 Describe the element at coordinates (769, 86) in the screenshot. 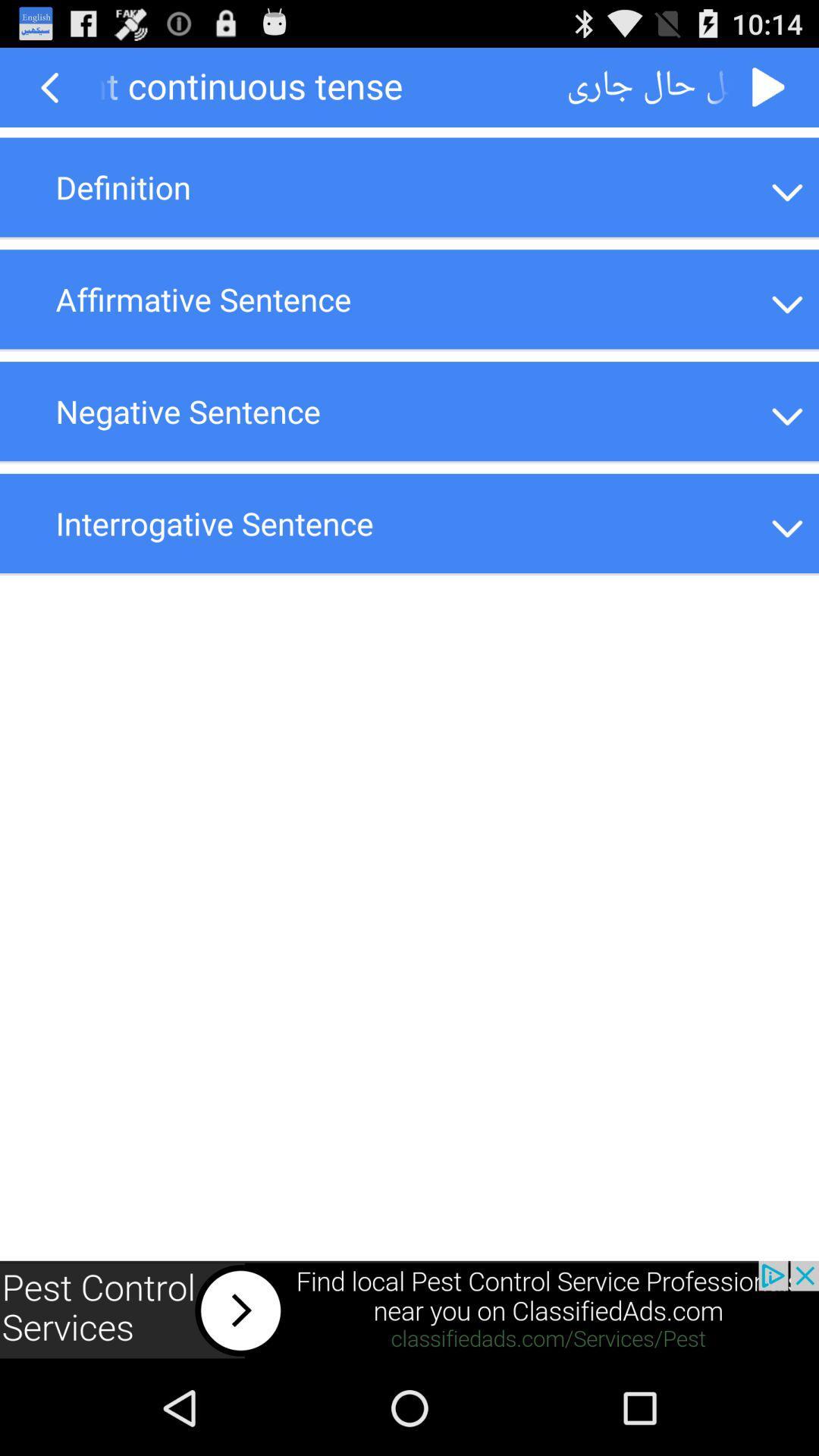

I see `go forward` at that location.